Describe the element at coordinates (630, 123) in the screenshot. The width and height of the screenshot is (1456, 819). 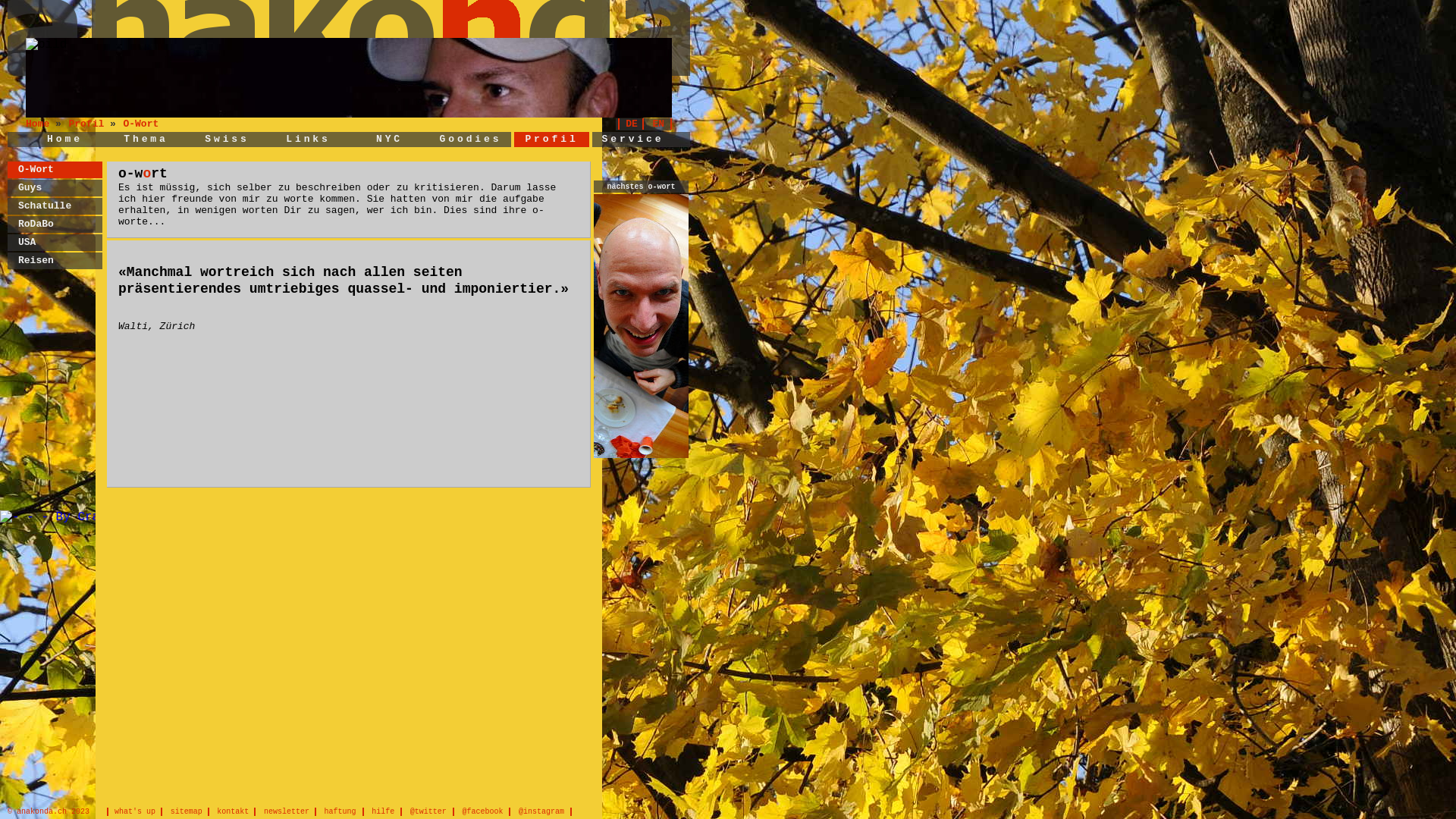
I see `'DE'` at that location.